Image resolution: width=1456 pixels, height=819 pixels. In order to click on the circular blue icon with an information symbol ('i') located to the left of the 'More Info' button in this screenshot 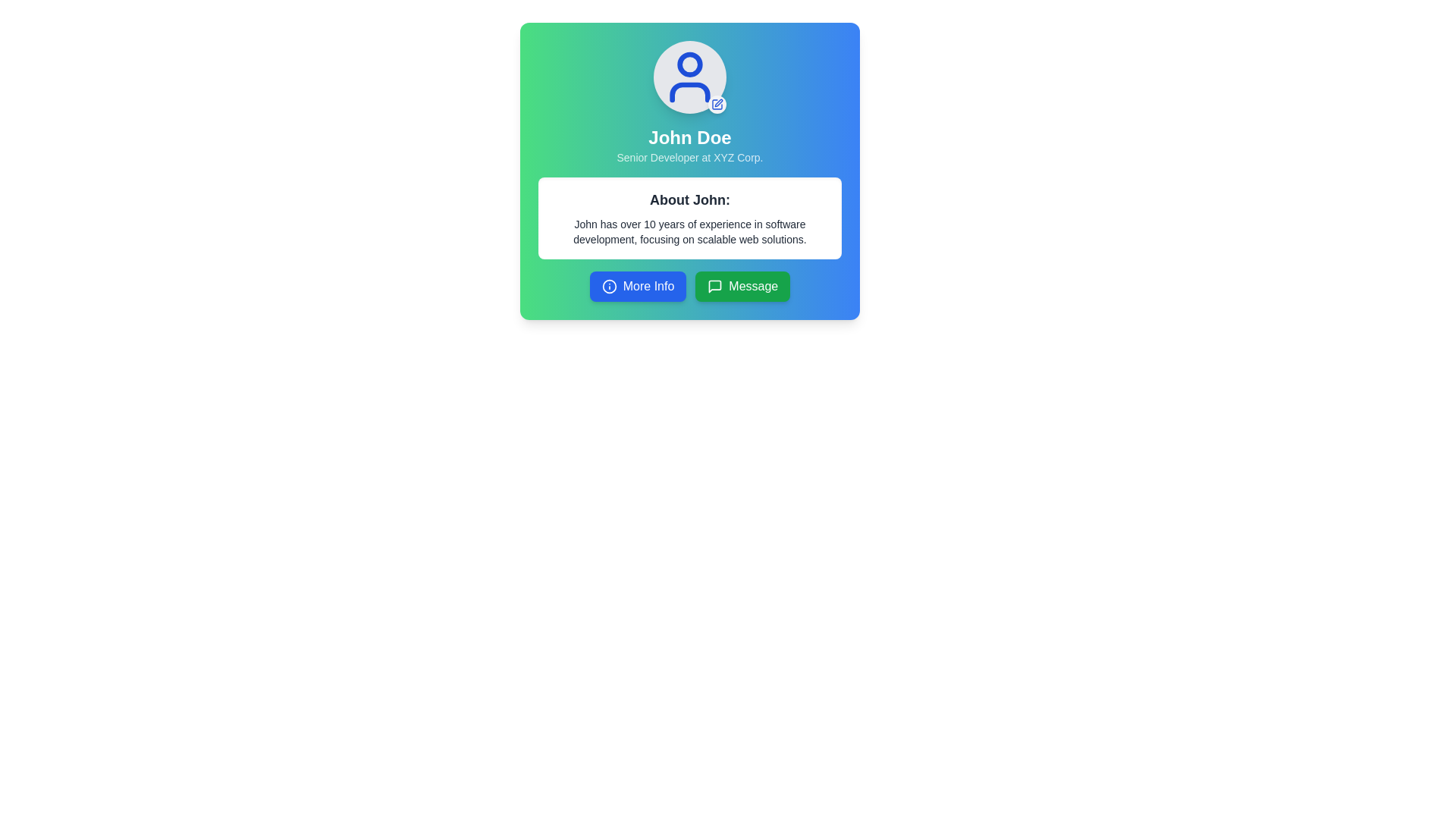, I will do `click(609, 287)`.